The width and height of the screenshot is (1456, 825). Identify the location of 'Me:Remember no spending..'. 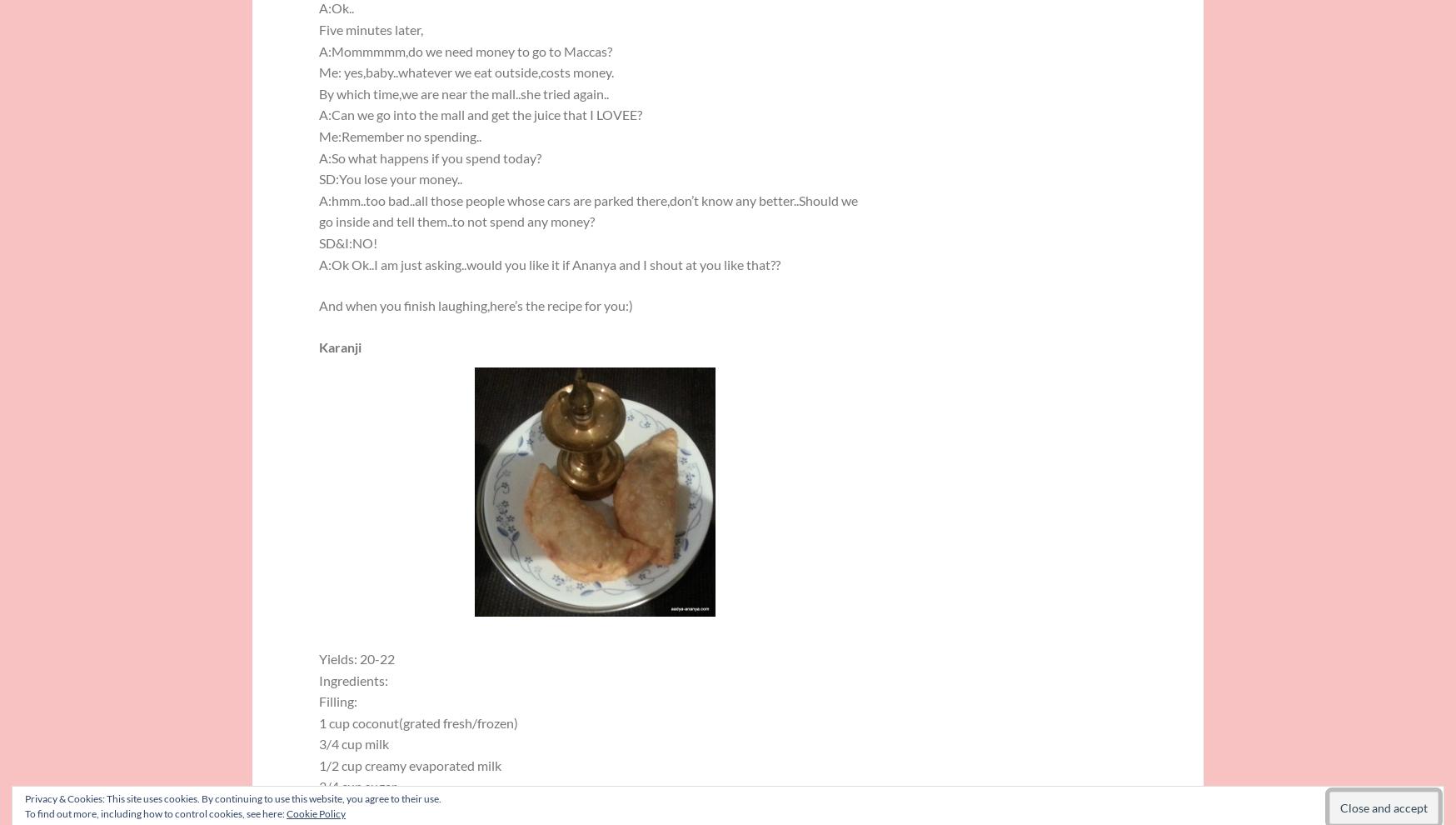
(399, 135).